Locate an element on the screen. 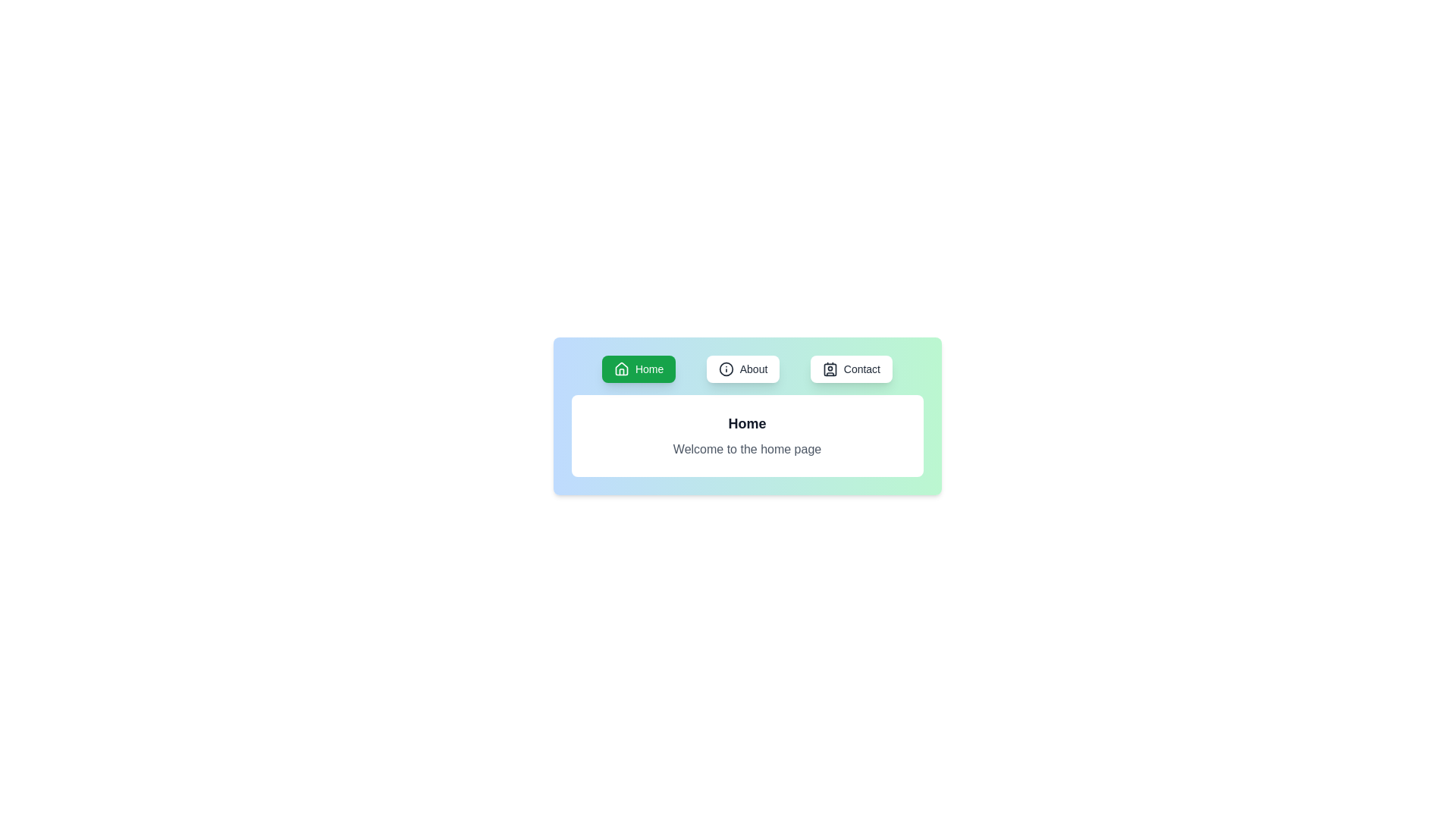  the Contact tab to switch to it is located at coordinates (851, 369).